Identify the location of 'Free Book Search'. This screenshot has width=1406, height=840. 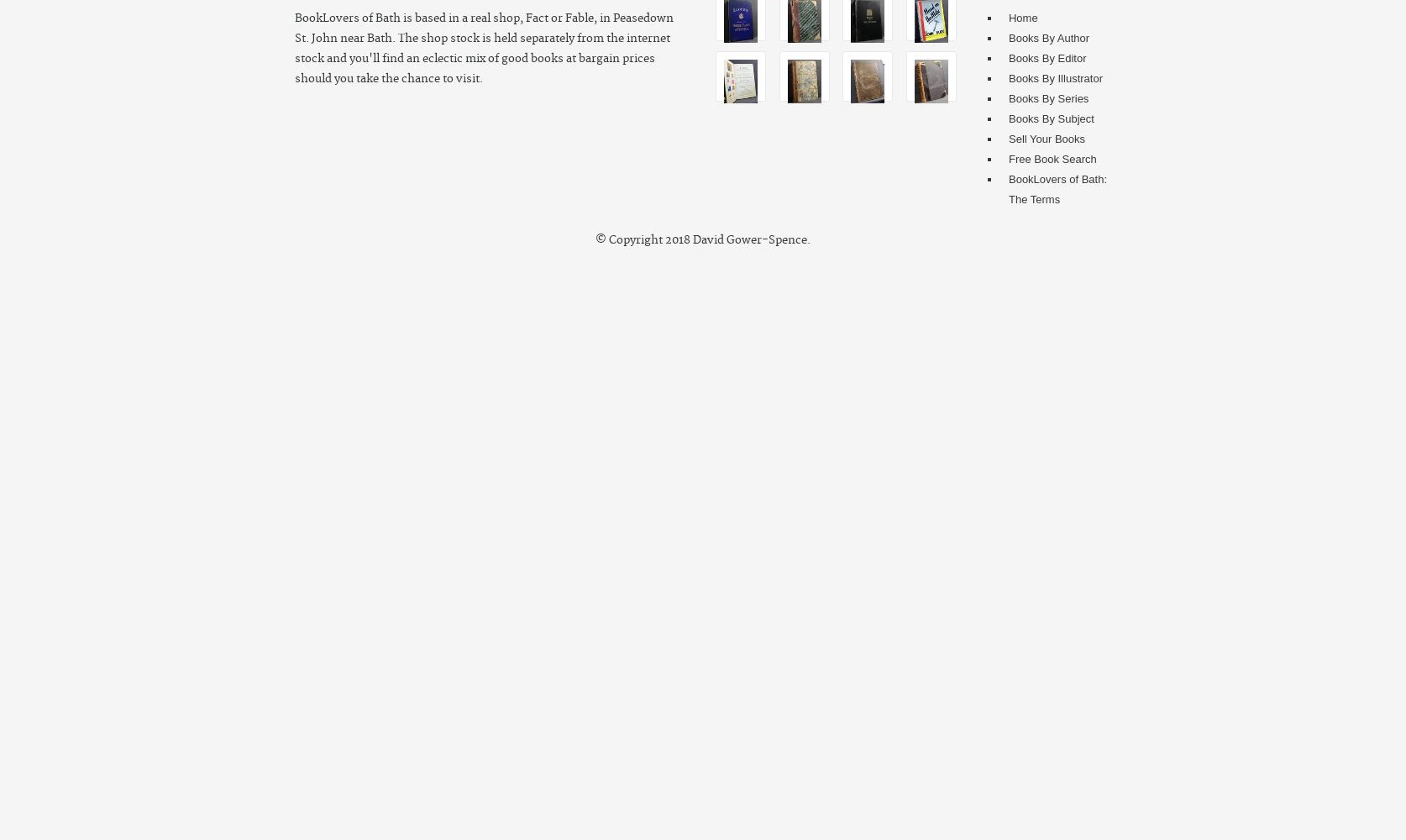
(1052, 158).